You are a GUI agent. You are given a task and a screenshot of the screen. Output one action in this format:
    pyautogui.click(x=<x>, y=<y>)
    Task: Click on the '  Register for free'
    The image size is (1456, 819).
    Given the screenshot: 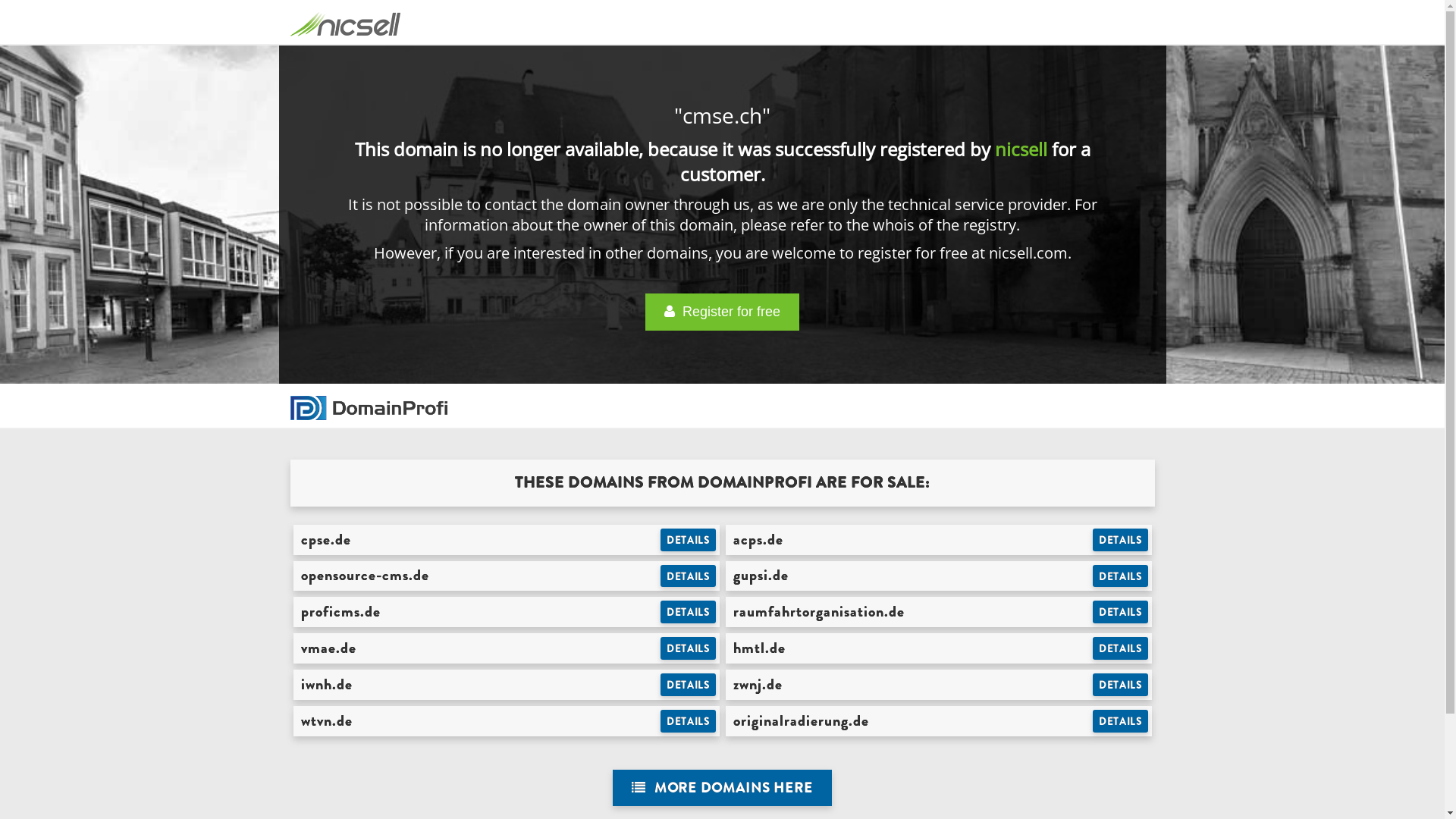 What is the action you would take?
    pyautogui.click(x=721, y=311)
    